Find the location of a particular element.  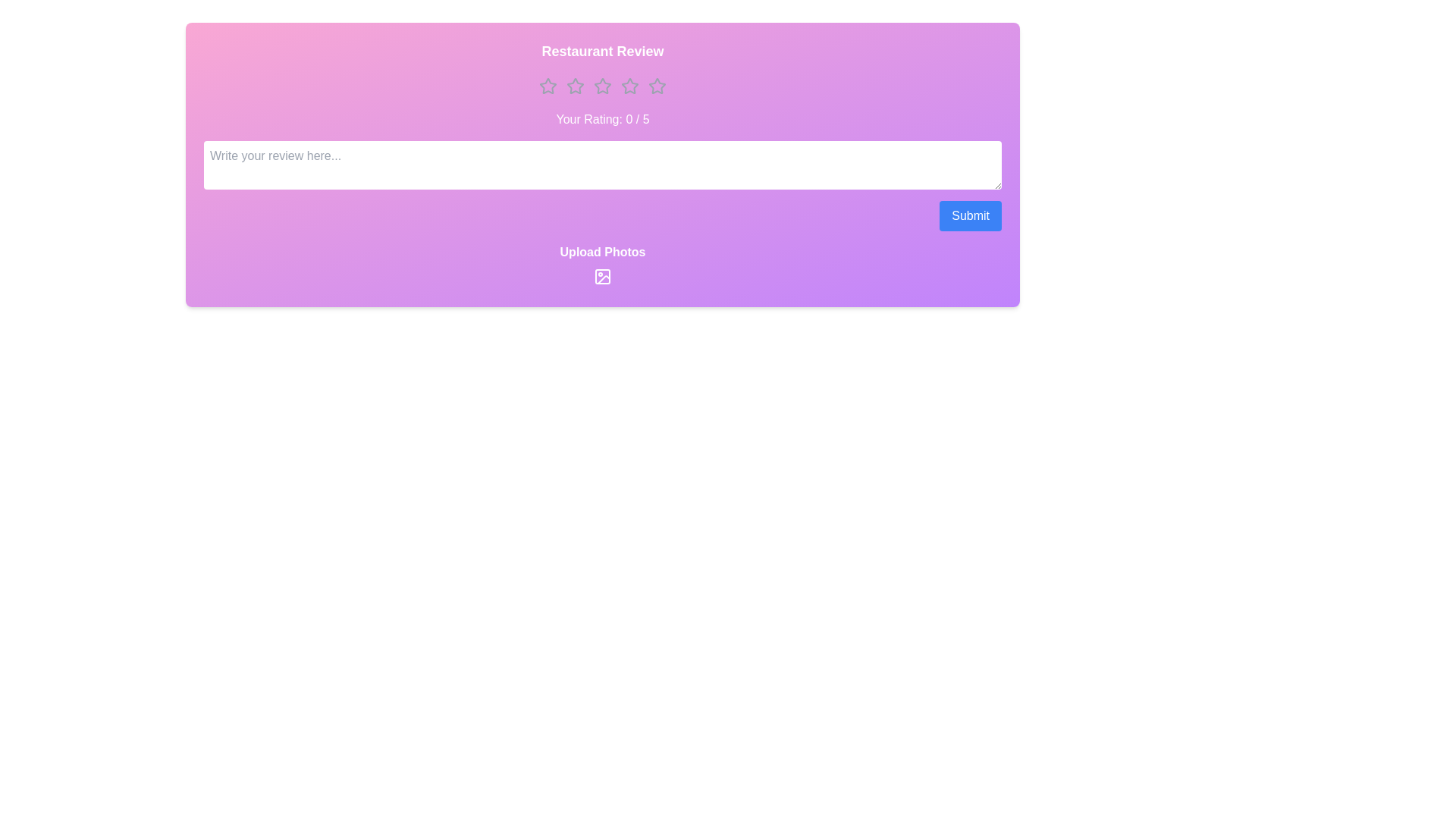

the rating to 3 stars by clicking on the respective star is located at coordinates (602, 86).